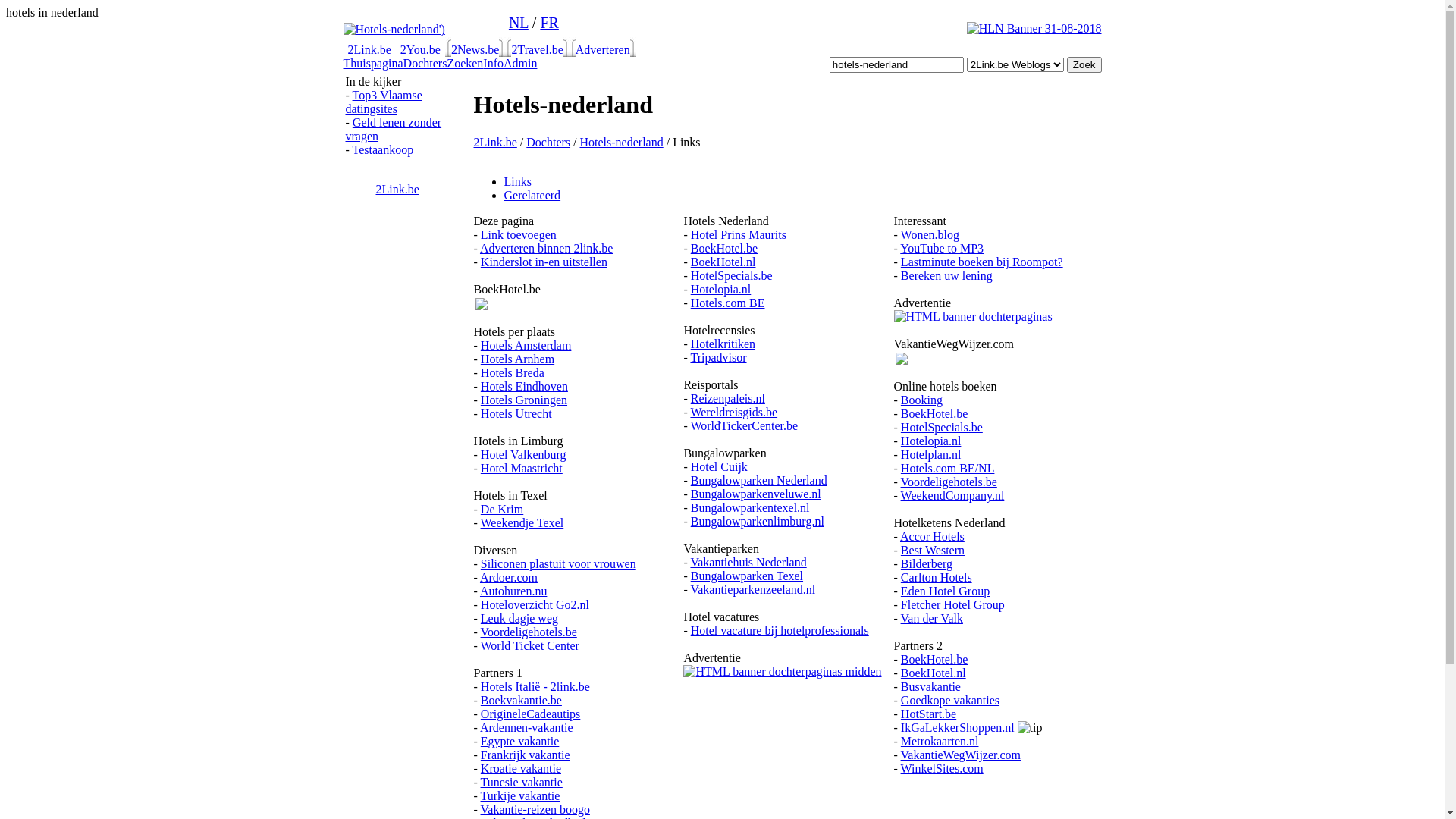  Describe the element at coordinates (510, 49) in the screenshot. I see `'2Travel.be'` at that location.